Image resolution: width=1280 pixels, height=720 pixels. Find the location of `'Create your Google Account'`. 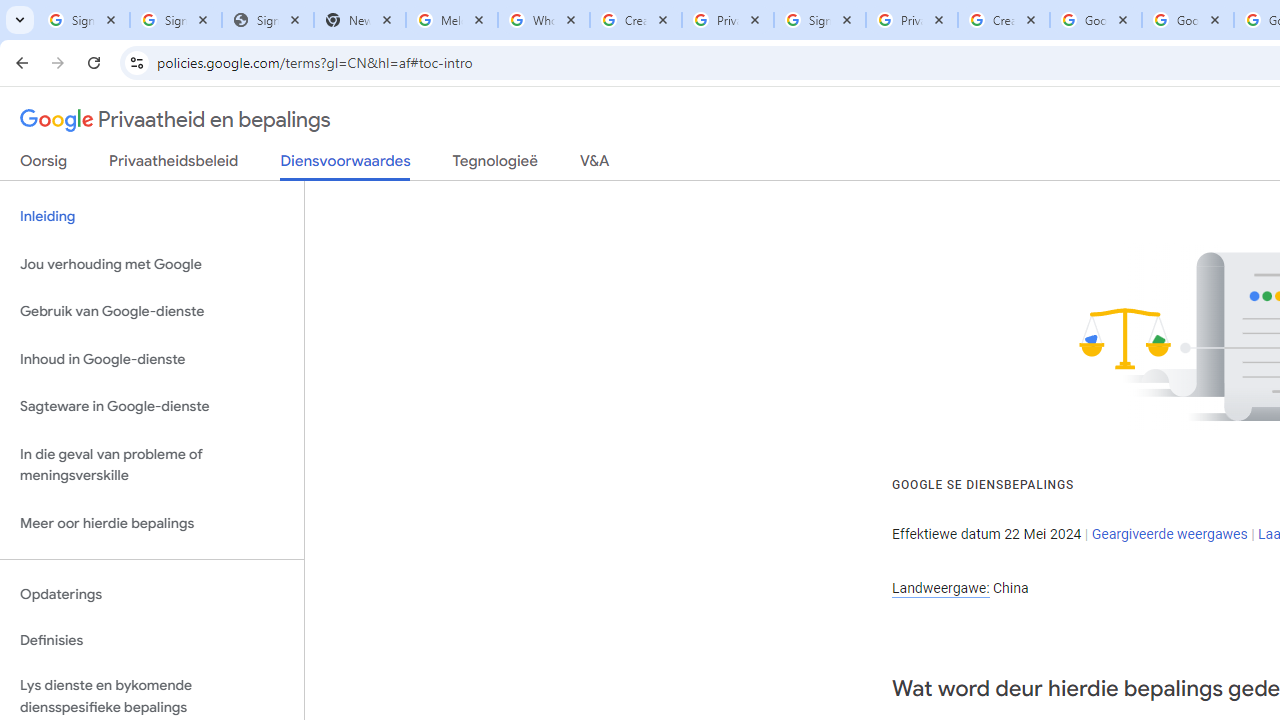

'Create your Google Account' is located at coordinates (1003, 20).